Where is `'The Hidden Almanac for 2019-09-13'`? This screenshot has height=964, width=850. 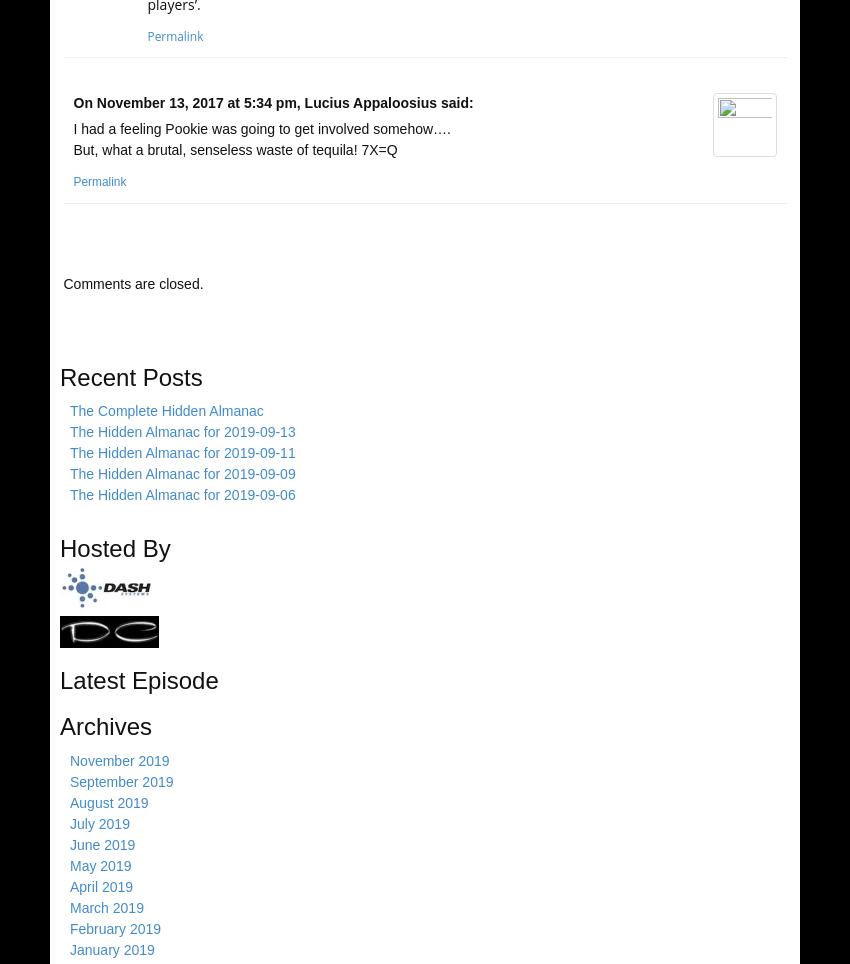
'The Hidden Almanac for 2019-09-13' is located at coordinates (70, 430).